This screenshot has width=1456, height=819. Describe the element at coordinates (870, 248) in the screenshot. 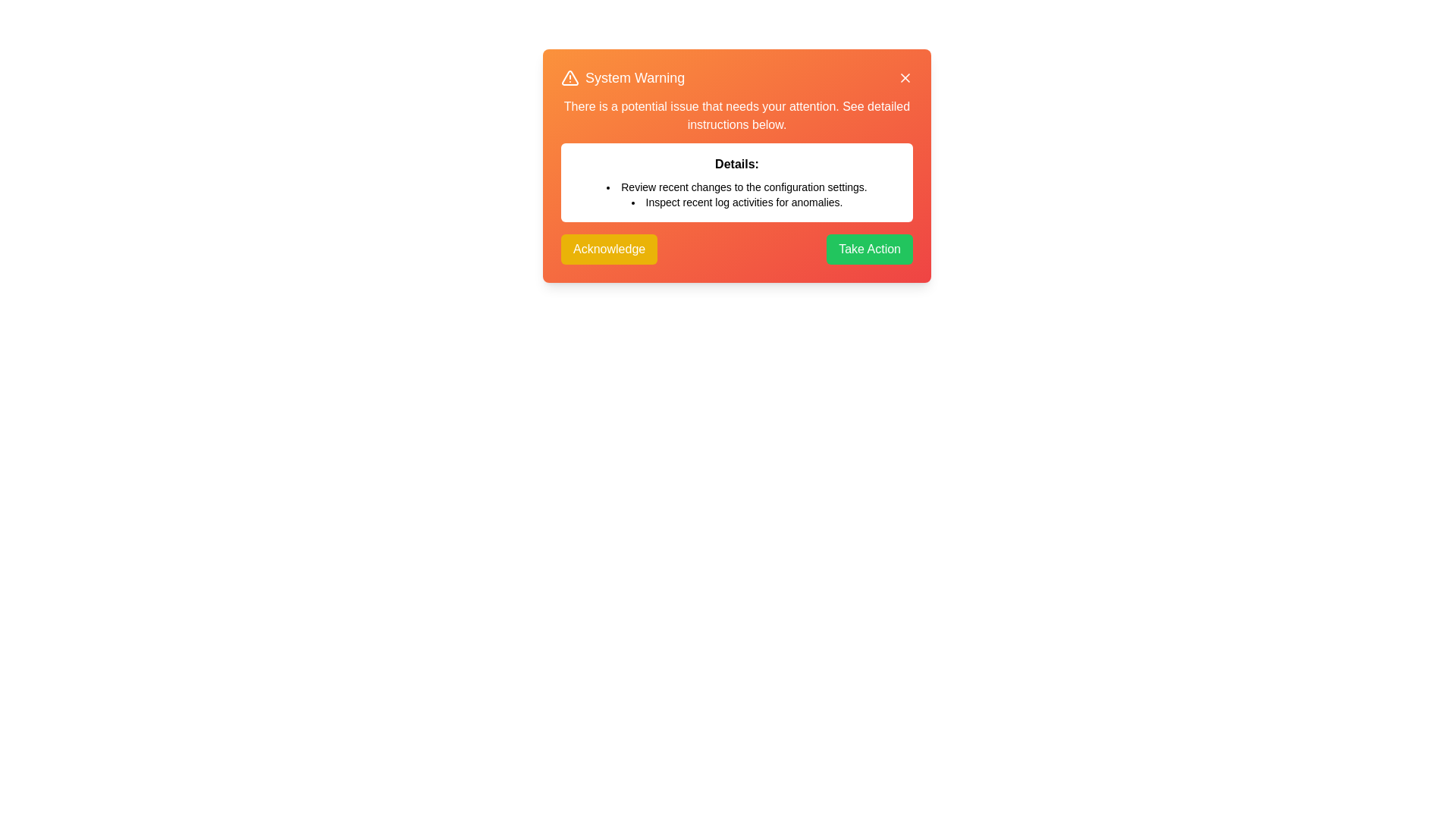

I see `the button located to the right of the 'Acknowledge' button within the red warning message box` at that location.